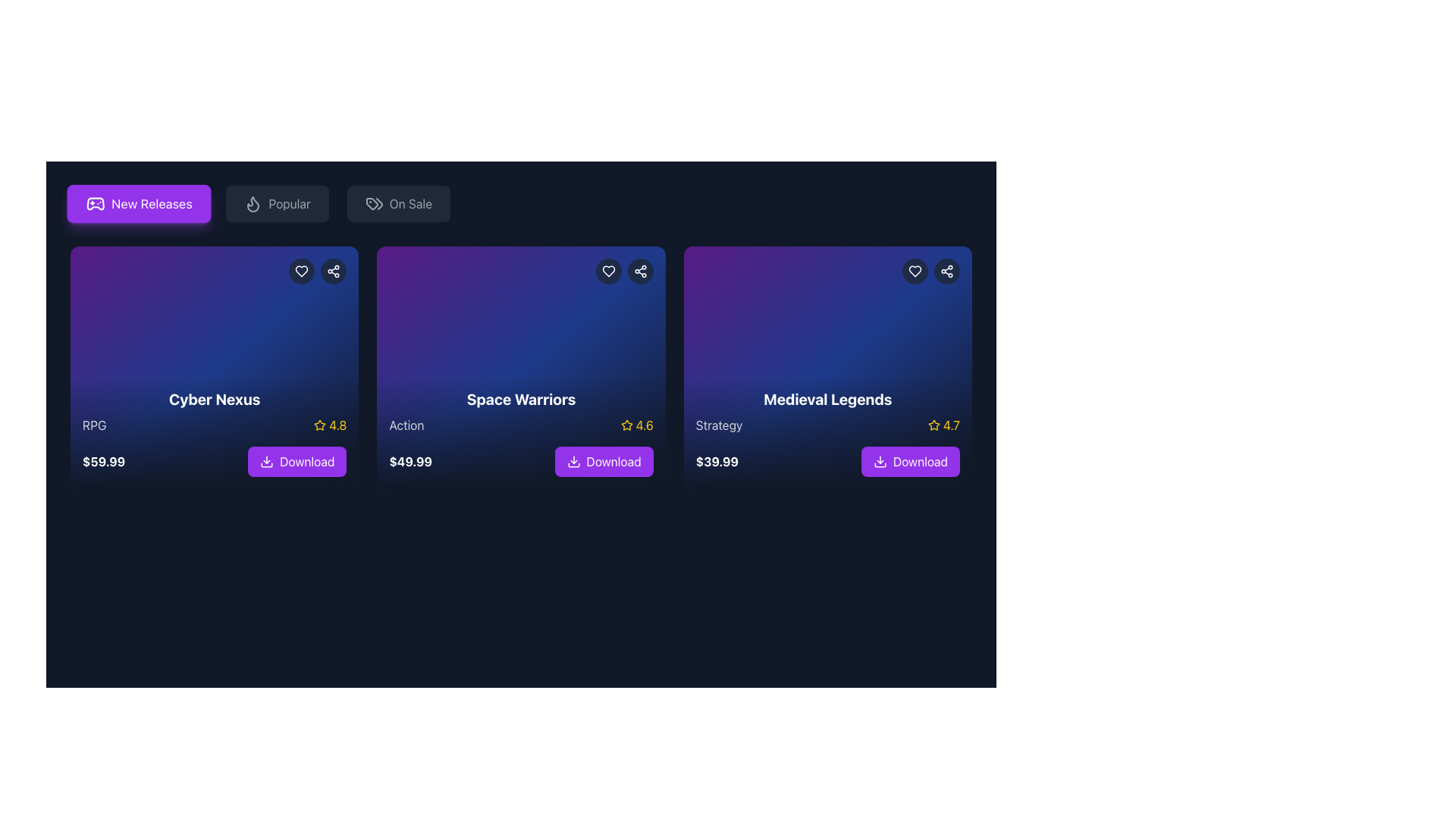  Describe the element at coordinates (626, 425) in the screenshot. I see `the yellow hollow star icon next to the numerical rating '4.6' for the item 'Space Warriors'` at that location.